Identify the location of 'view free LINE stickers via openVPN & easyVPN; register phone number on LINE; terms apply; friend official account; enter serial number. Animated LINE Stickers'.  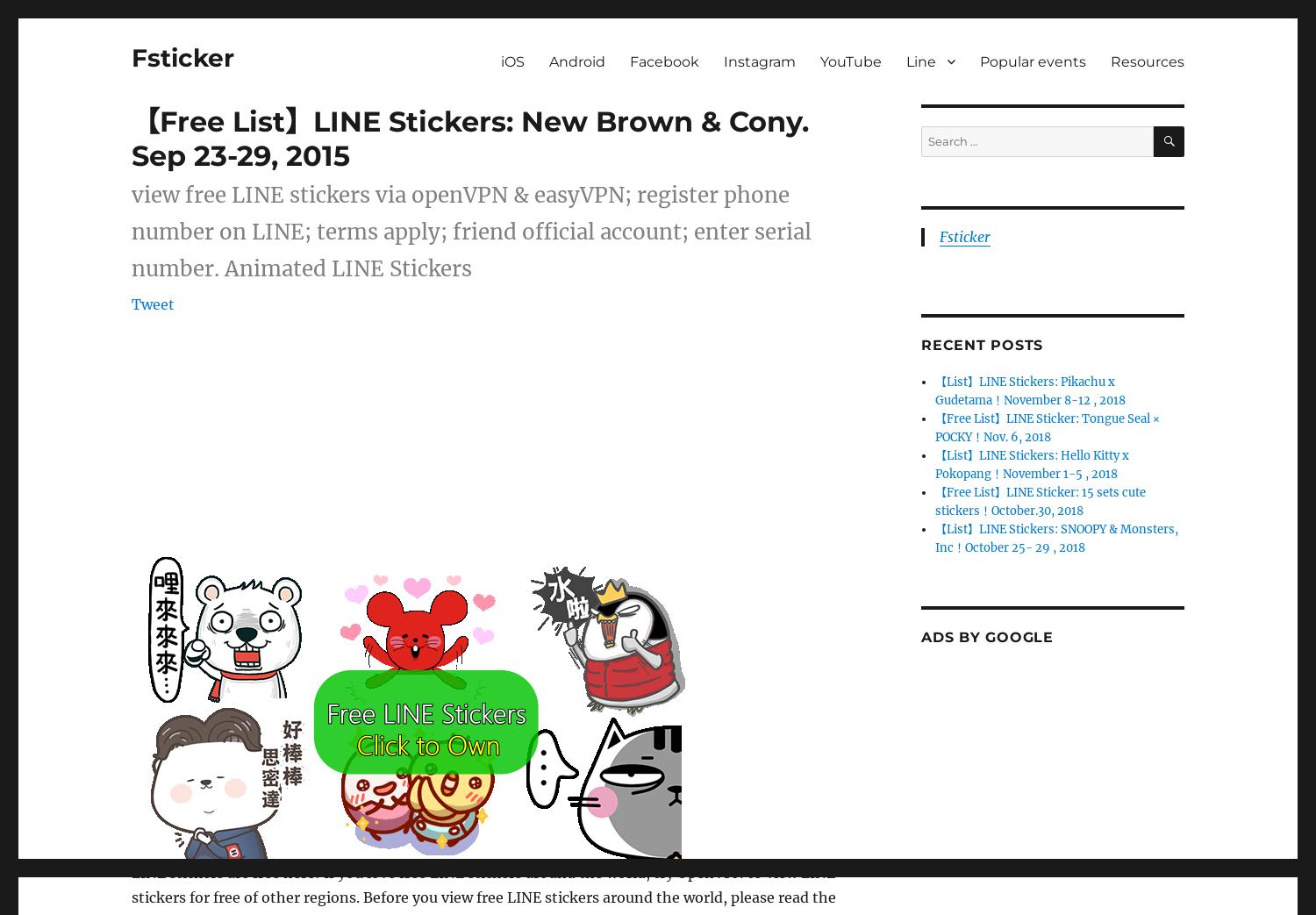
(471, 232).